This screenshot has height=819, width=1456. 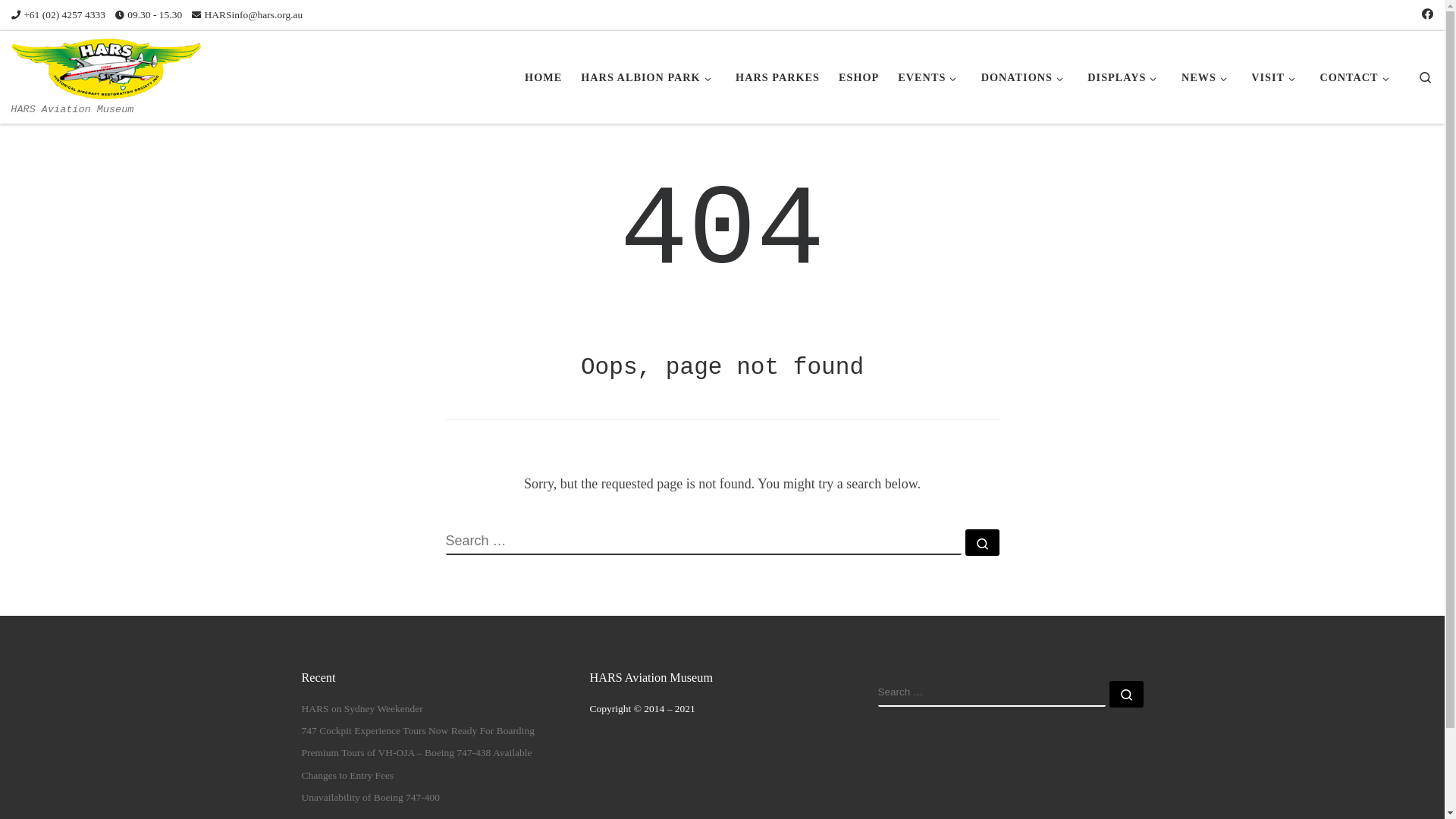 What do you see at coordinates (1276, 77) in the screenshot?
I see `'VISIT'` at bounding box center [1276, 77].